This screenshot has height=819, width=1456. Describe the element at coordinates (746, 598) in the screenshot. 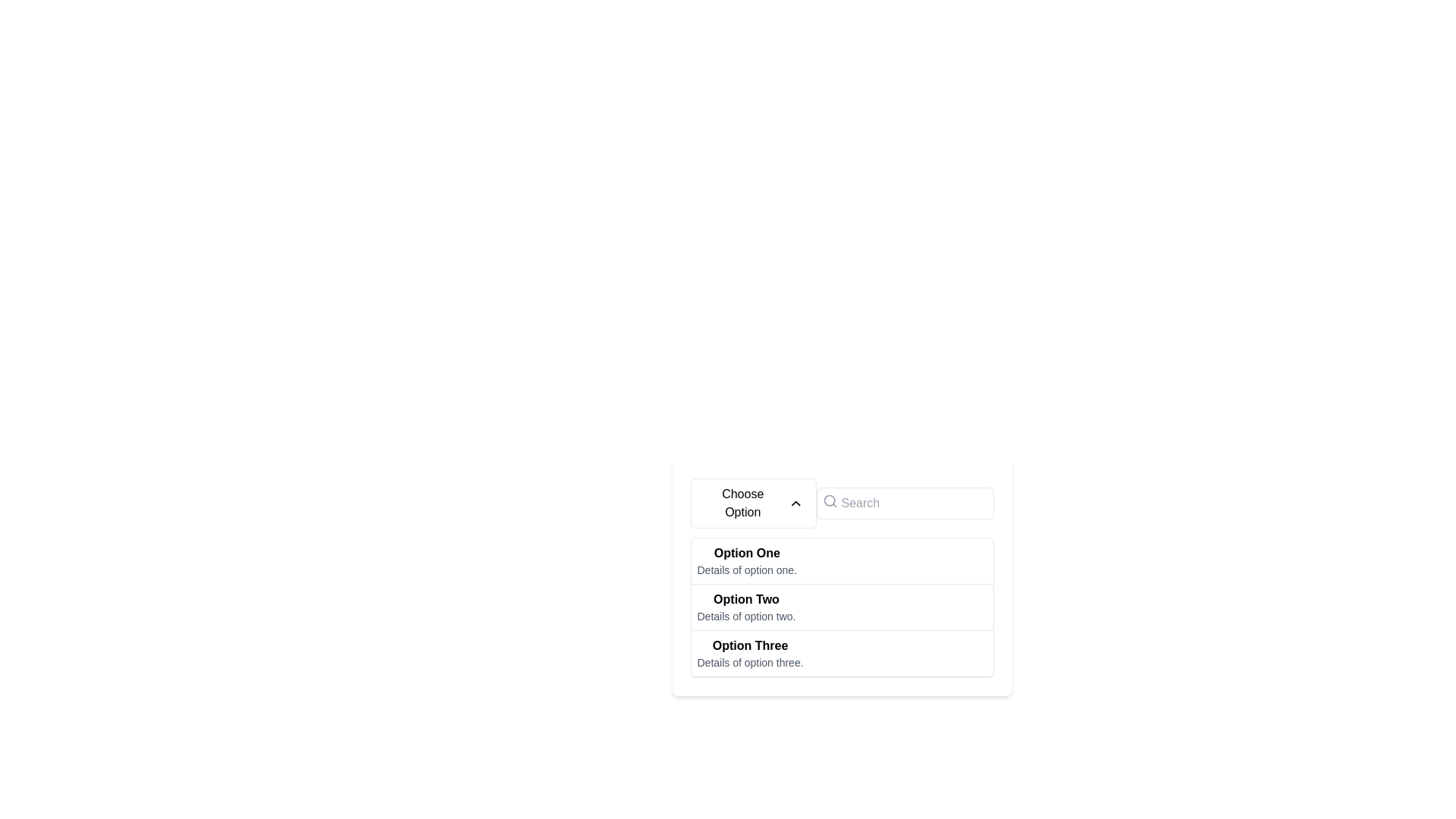

I see `the text label 'Option Two' which serves as the title for the selection option, located above the descriptive text 'Details of option two.' and is the second option in a vertical list below the dropdown labeled 'Choose Option'` at that location.